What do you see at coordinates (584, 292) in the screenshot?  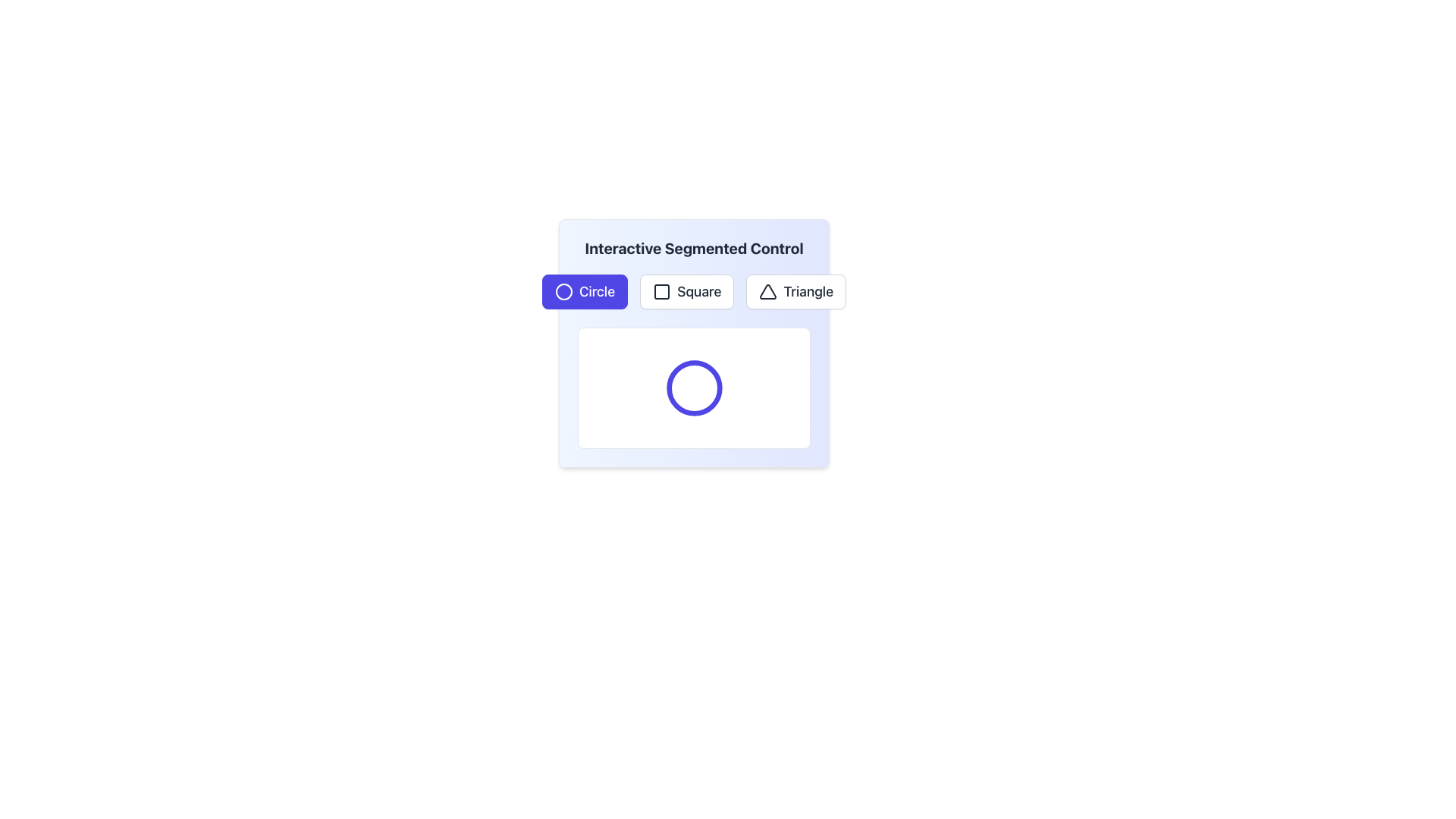 I see `the 'Circle' button, which is a deep indigo rectangular button with a circular icon and white text` at bounding box center [584, 292].